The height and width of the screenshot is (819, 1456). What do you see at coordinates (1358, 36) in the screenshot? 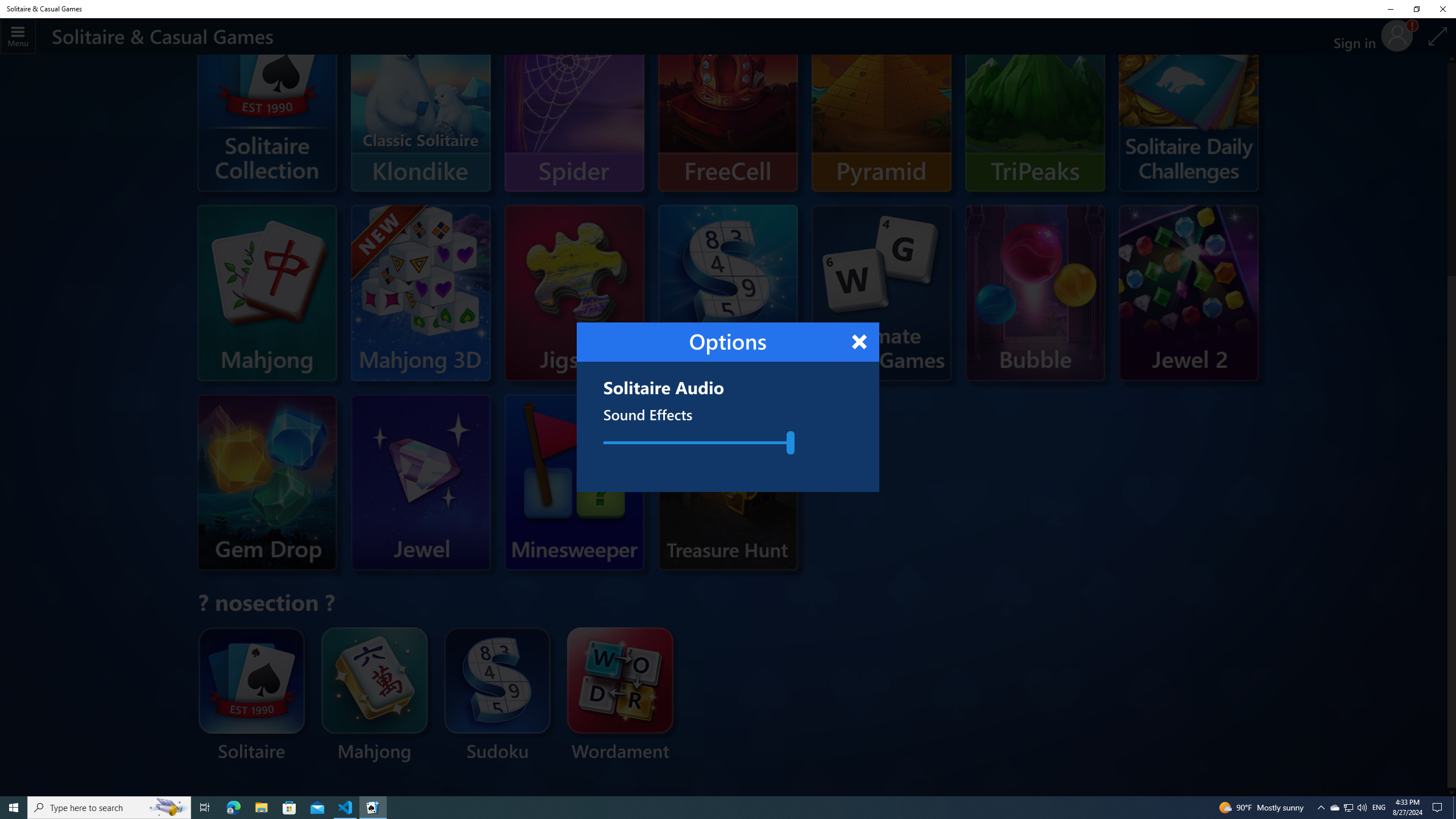
I see `'Sign in'` at bounding box center [1358, 36].